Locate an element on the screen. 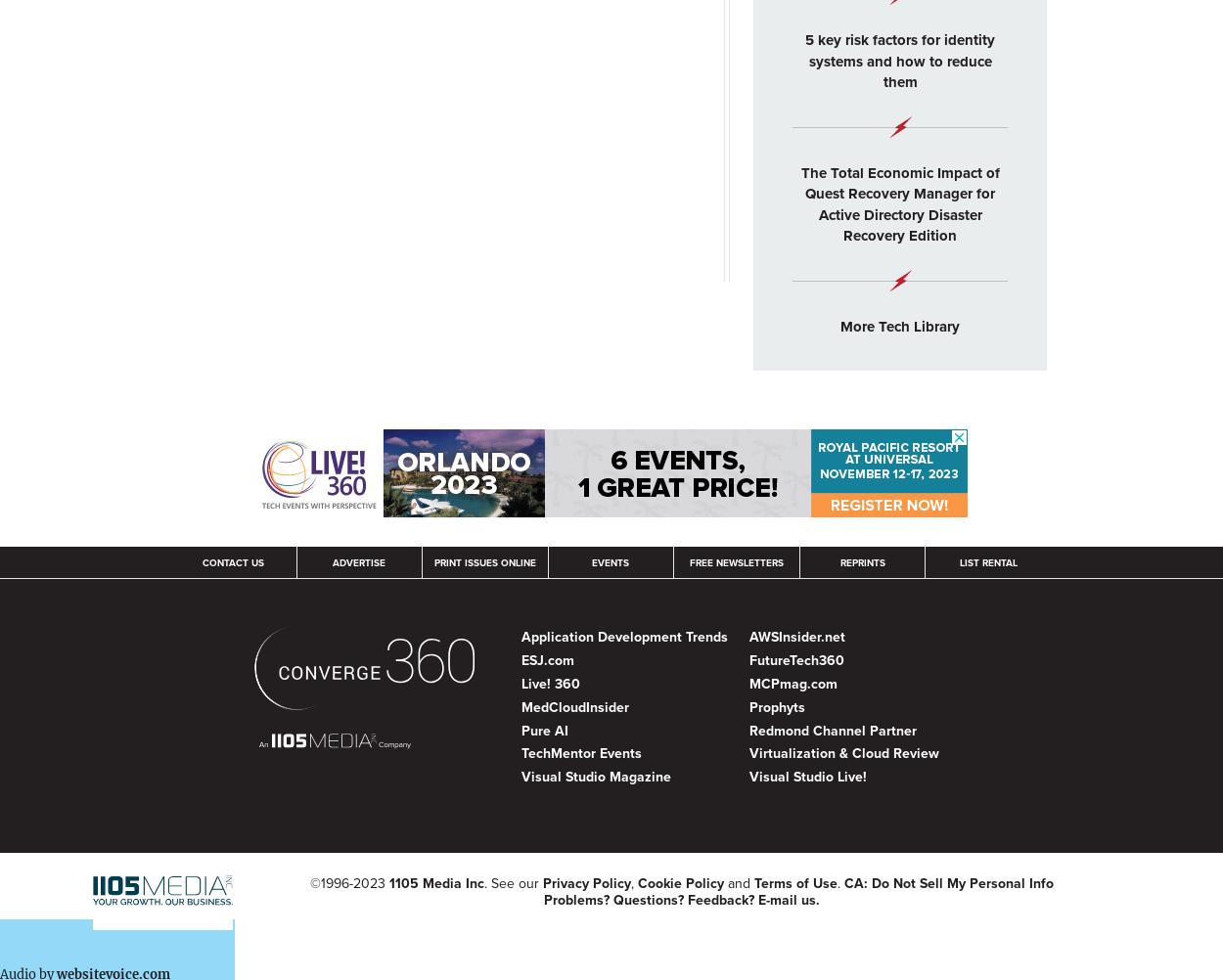 This screenshot has width=1223, height=980. 'CA: Do Not Sell My Personal Info' is located at coordinates (947, 883).